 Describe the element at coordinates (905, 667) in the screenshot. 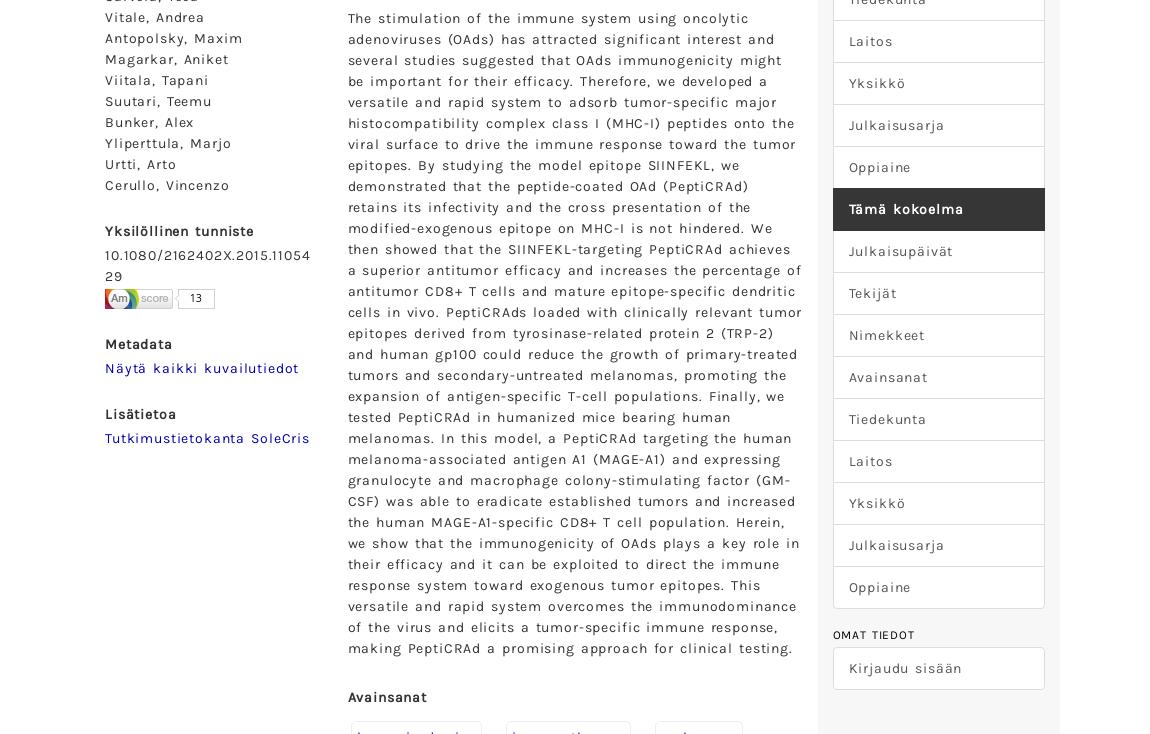

I see `'Kirjaudu sisään'` at that location.